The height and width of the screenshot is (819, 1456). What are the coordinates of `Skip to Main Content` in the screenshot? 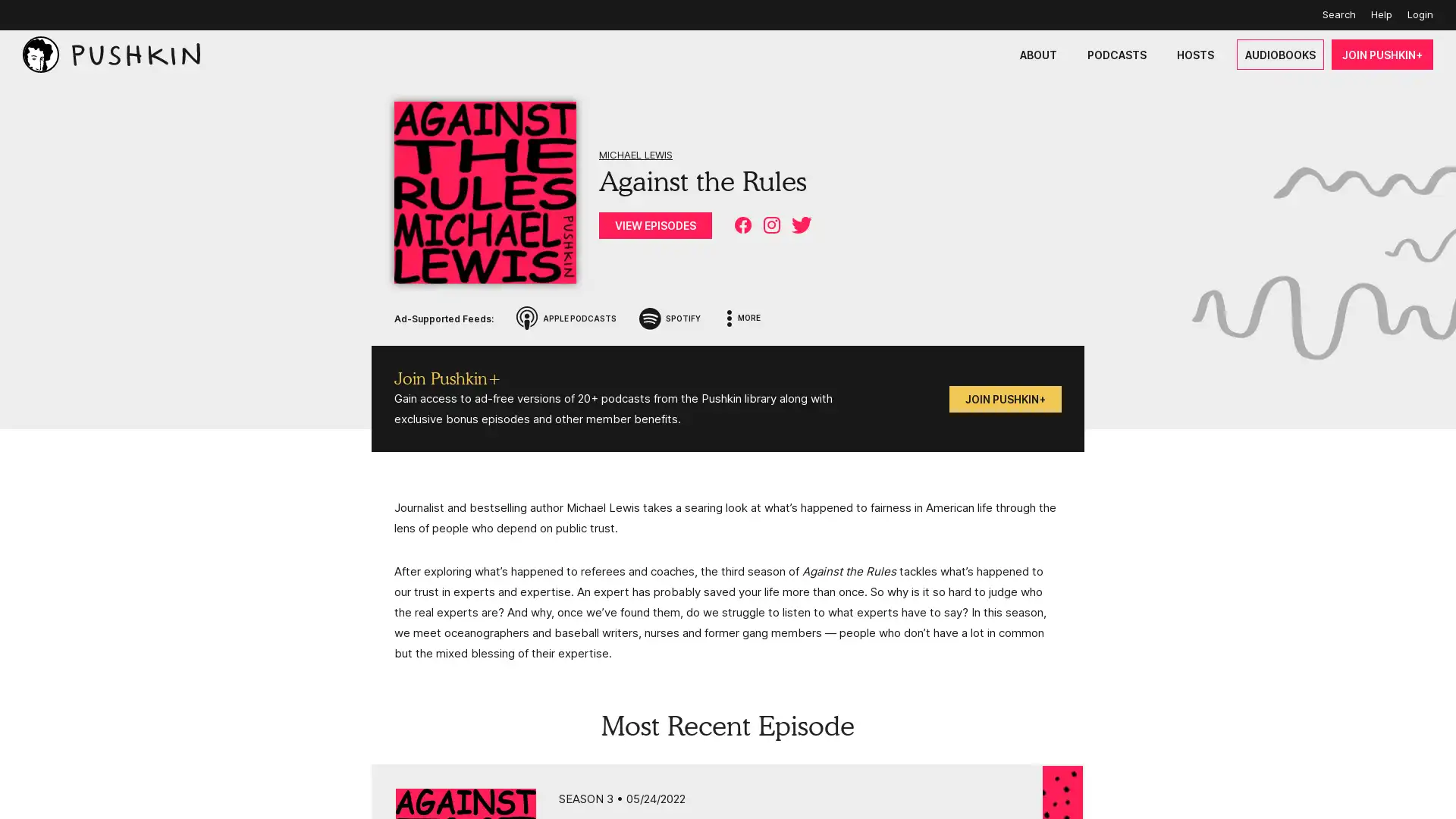 It's located at (15, 15).